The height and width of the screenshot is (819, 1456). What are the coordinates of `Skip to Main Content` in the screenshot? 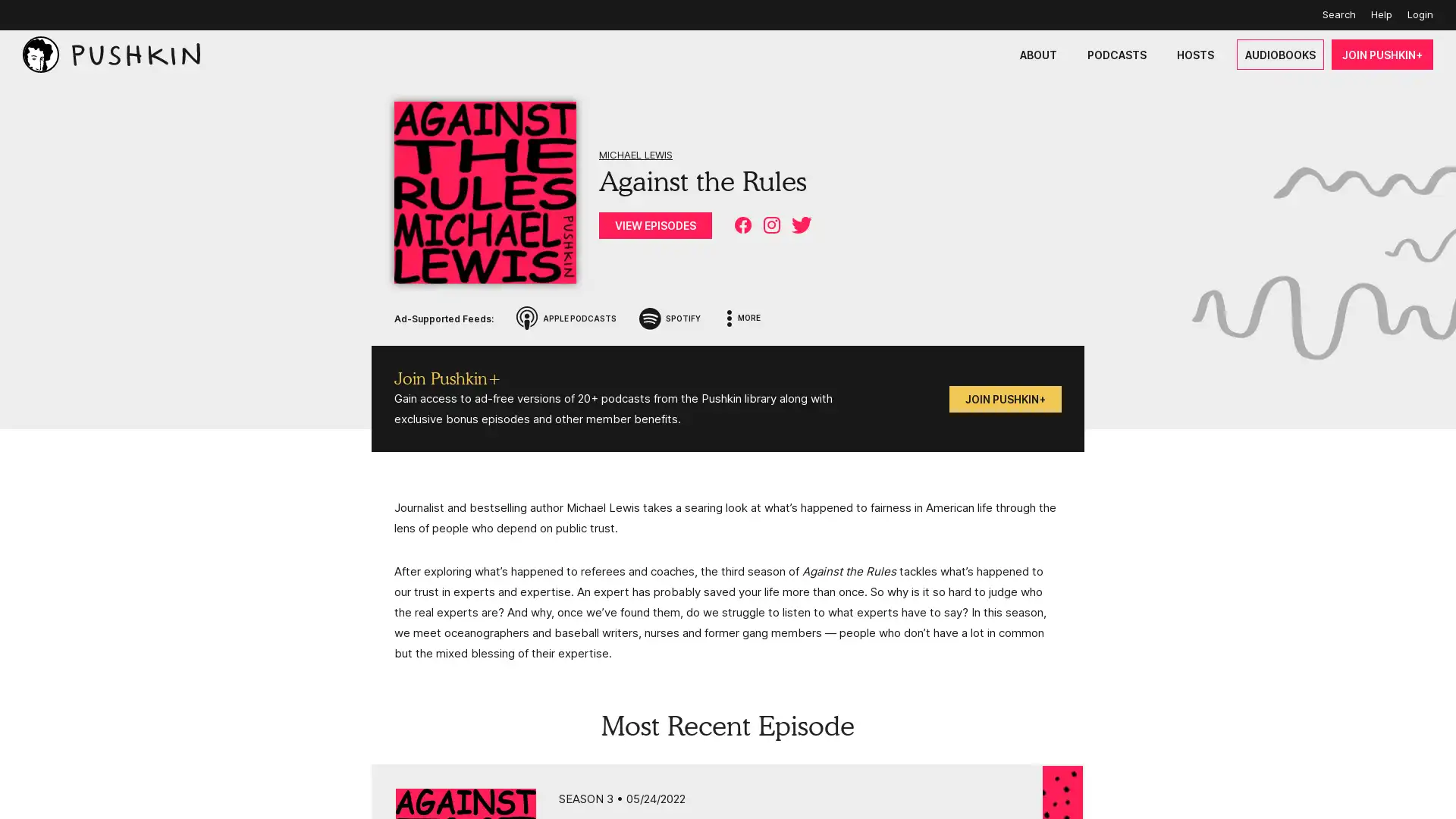 It's located at (15, 15).